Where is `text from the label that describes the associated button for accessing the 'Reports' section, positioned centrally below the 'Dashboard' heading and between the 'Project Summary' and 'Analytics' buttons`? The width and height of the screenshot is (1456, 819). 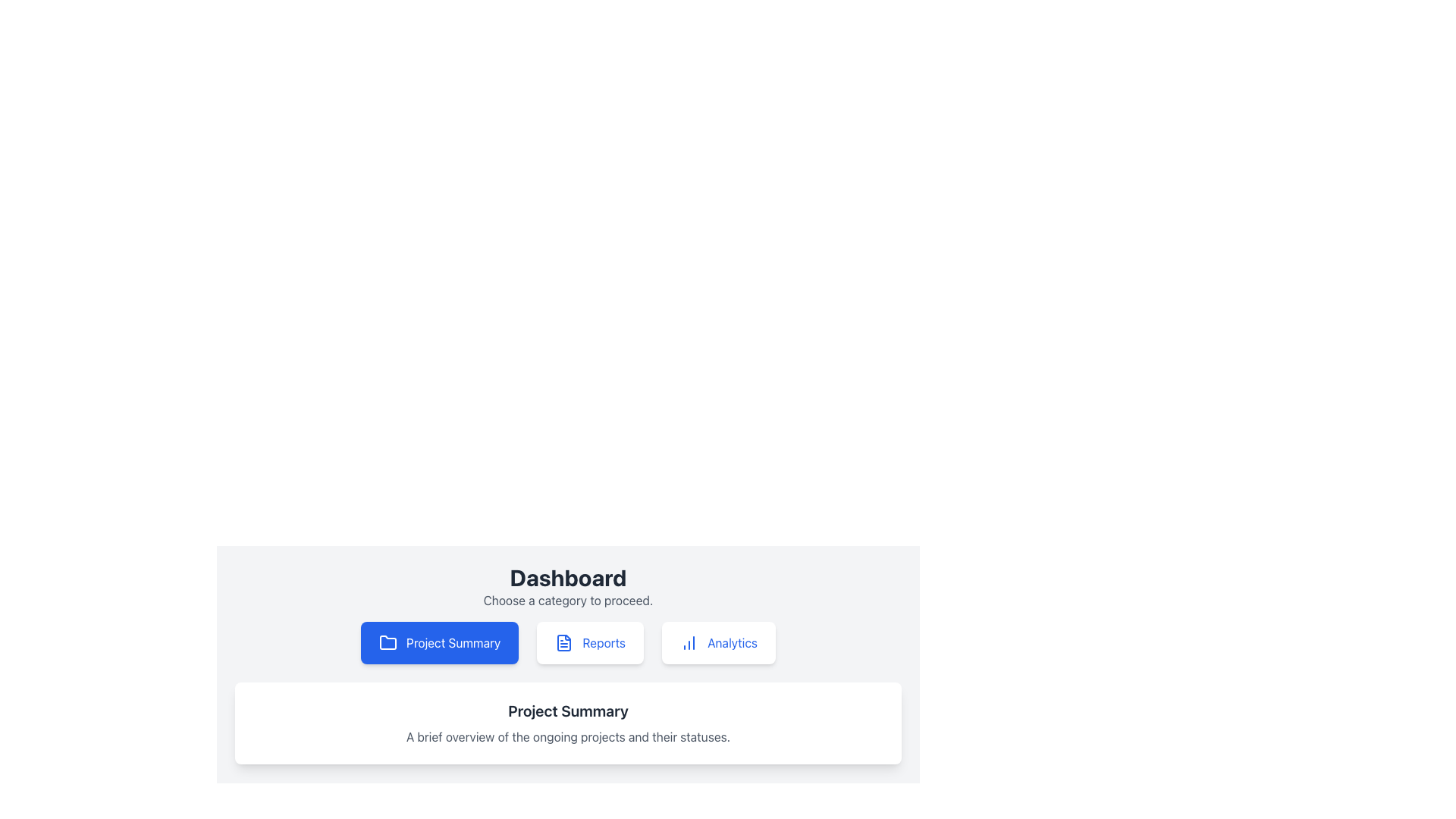 text from the label that describes the associated button for accessing the 'Reports' section, positioned centrally below the 'Dashboard' heading and between the 'Project Summary' and 'Analytics' buttons is located at coordinates (603, 643).